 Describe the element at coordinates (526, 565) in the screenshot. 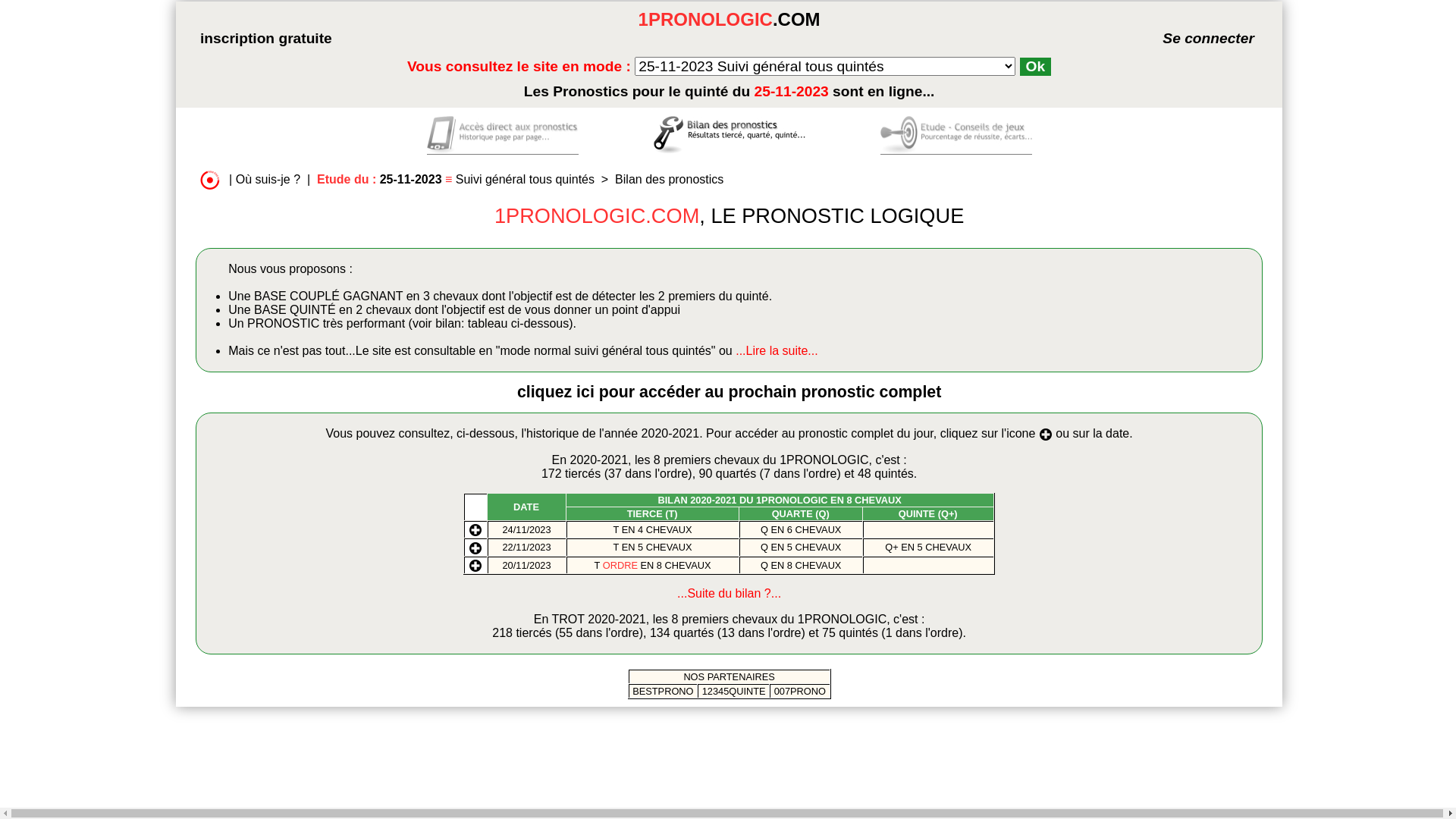

I see `' 20/11/2023 '` at that location.